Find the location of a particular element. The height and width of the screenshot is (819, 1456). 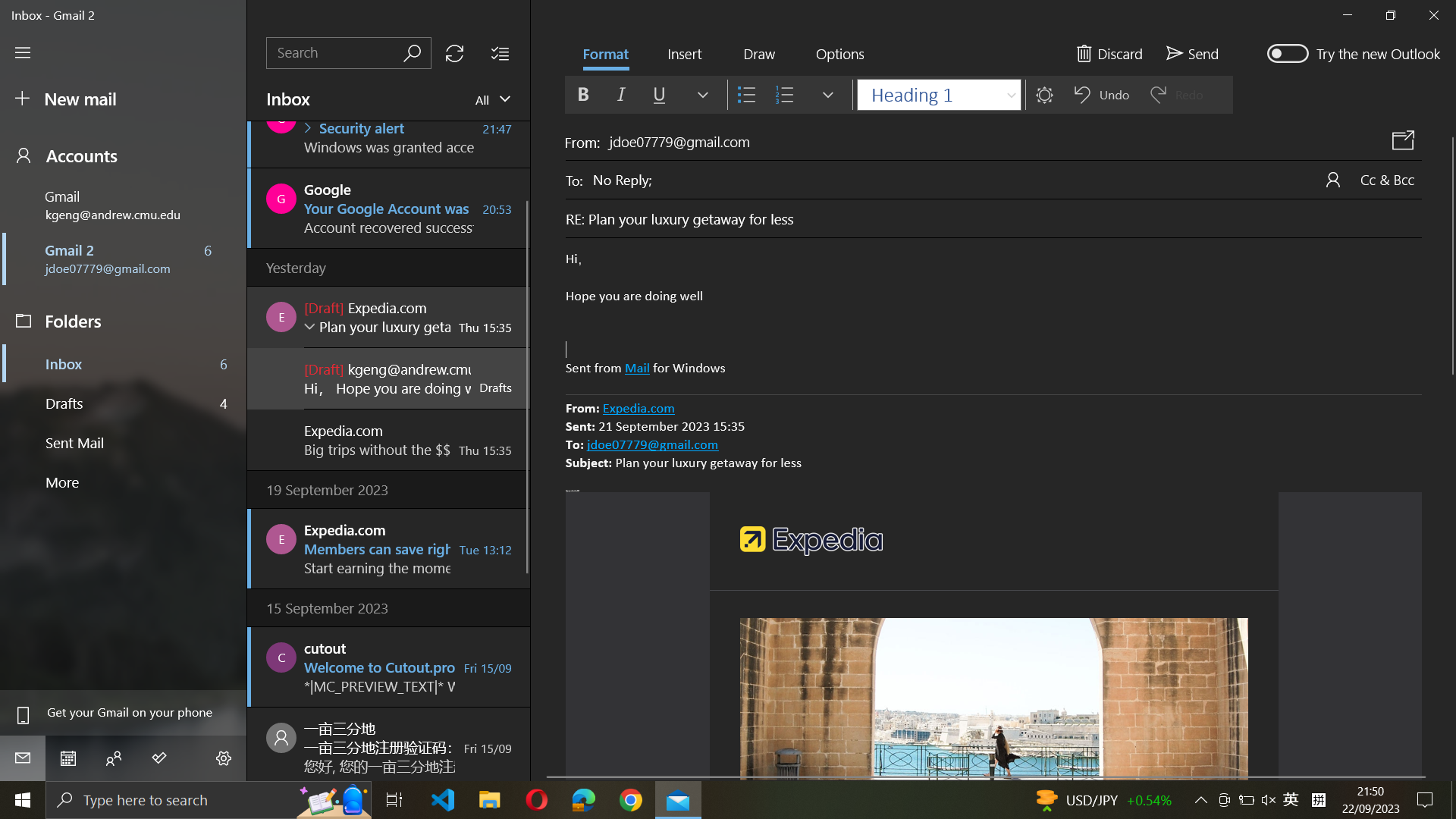

Change account to kgeng@andrew.cmu.edu is located at coordinates (126, 203).